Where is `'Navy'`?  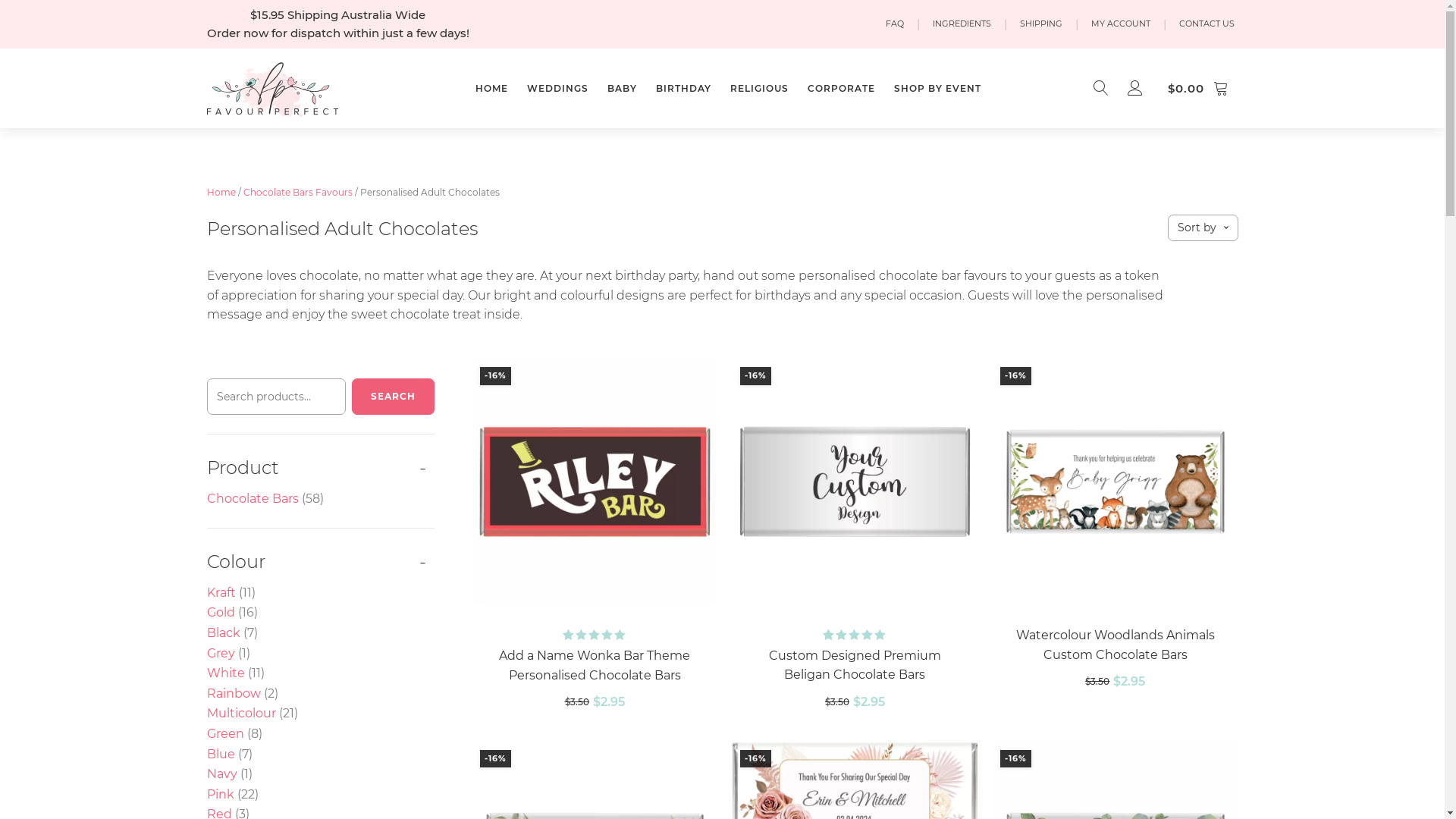
'Navy' is located at coordinates (221, 773).